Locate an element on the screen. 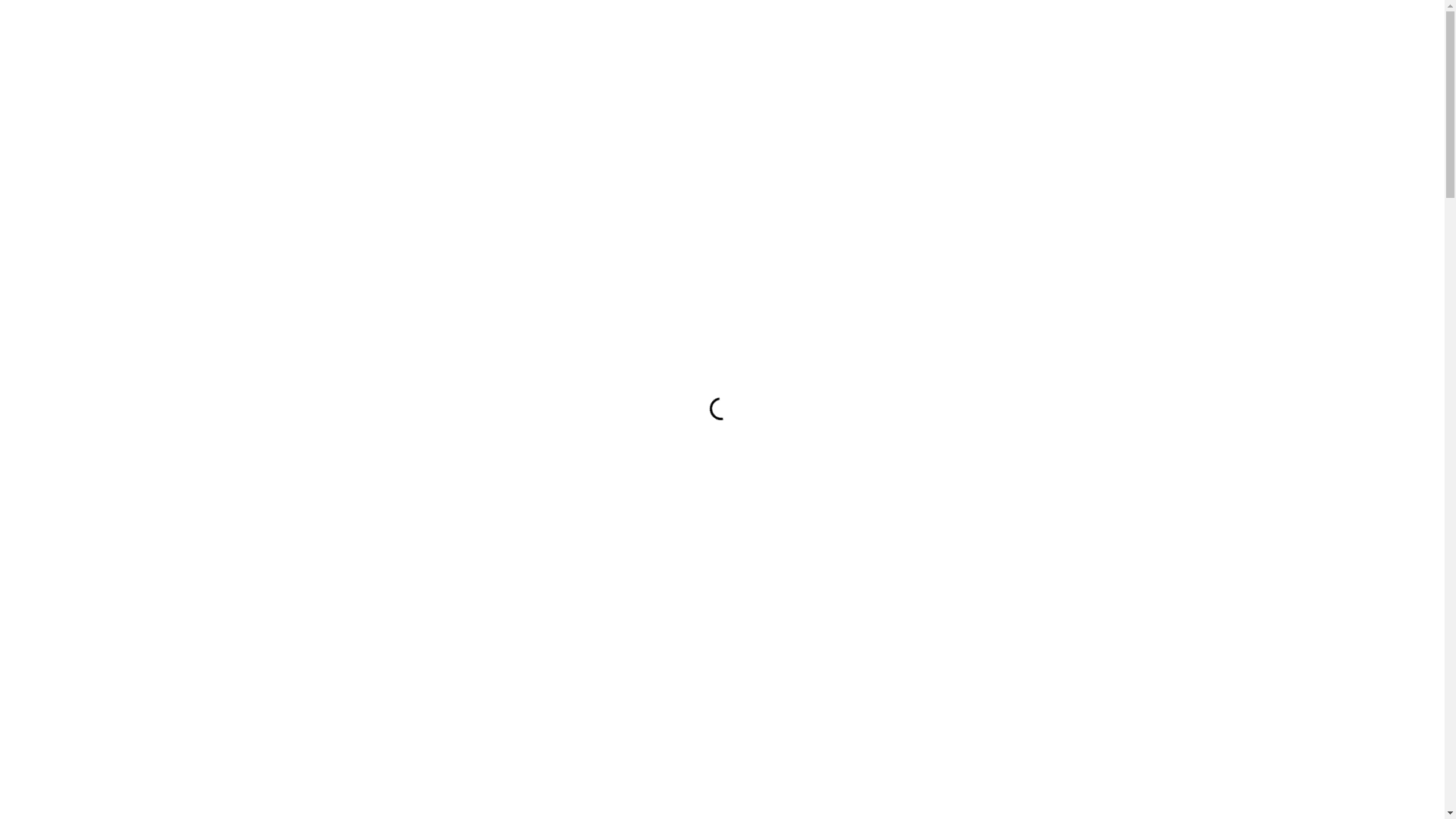 This screenshot has width=1456, height=819. 'Orchester' is located at coordinates (999, 388).